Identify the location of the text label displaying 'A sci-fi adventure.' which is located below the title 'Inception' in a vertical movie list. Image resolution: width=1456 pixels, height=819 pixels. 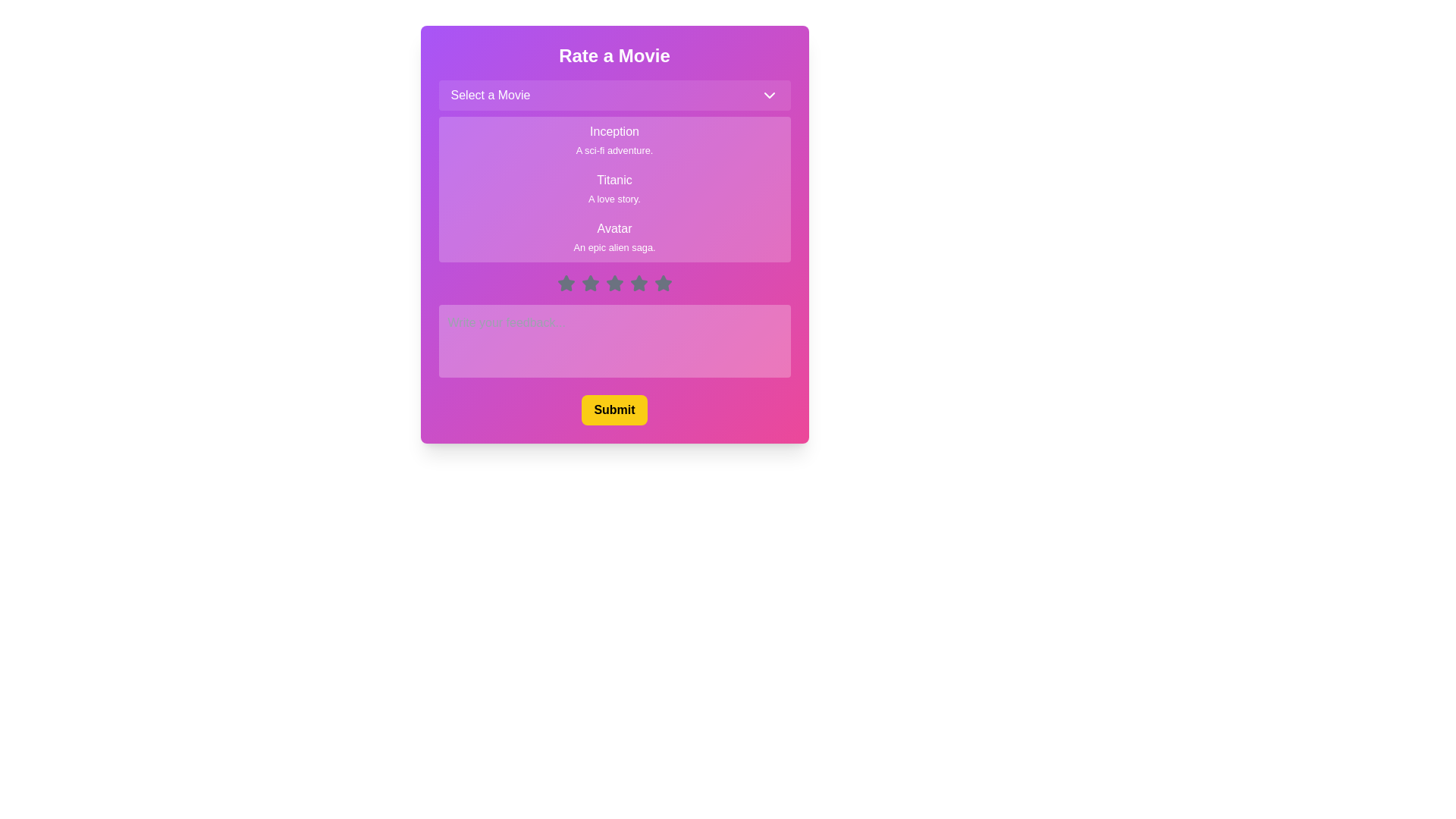
(614, 150).